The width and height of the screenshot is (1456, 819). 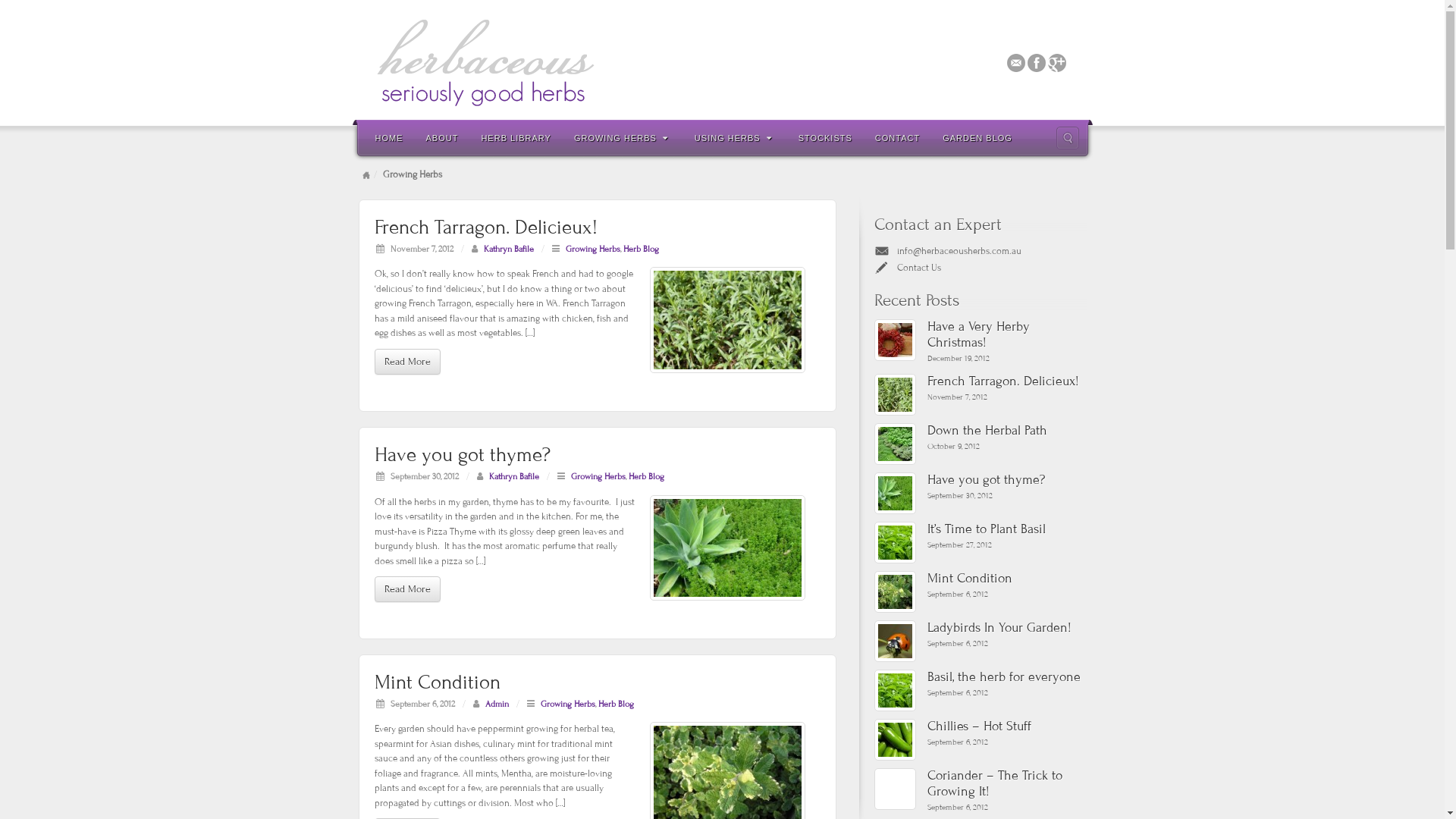 What do you see at coordinates (894, 690) in the screenshot?
I see `'Basil, the herb for everyone'` at bounding box center [894, 690].